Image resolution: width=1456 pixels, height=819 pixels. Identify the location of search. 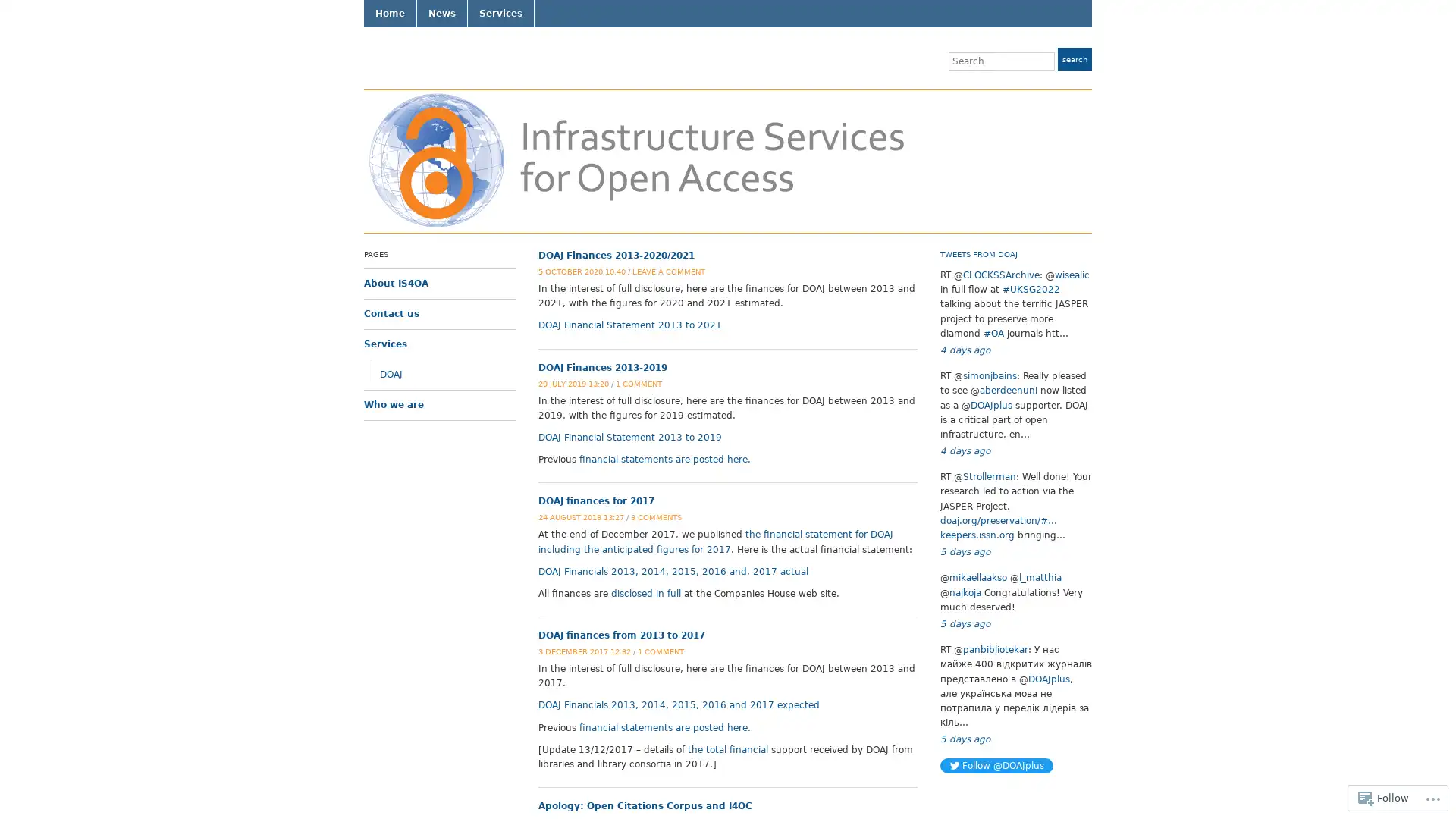
(1074, 58).